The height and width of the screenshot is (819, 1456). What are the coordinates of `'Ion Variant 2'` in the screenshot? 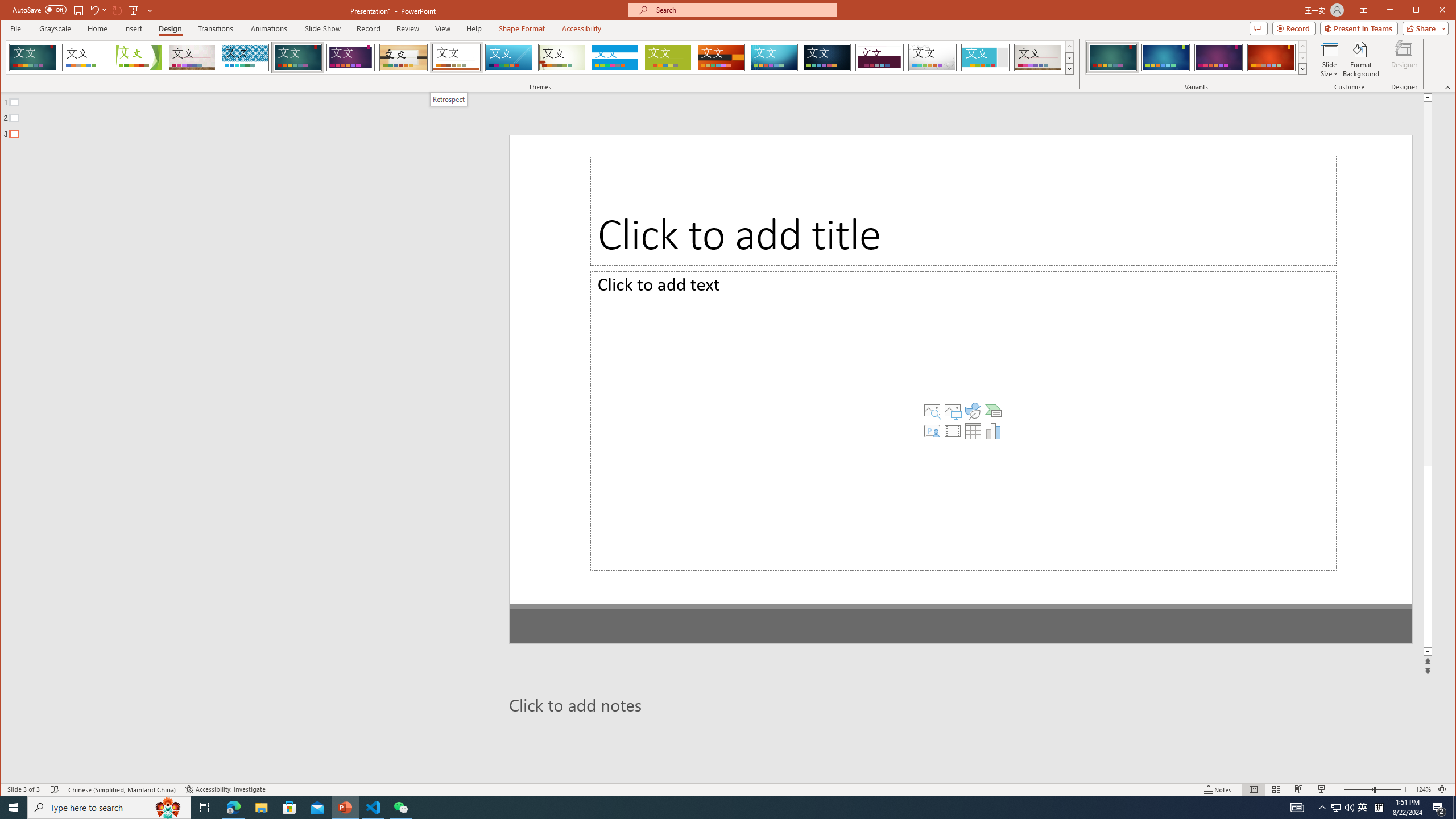 It's located at (1165, 57).